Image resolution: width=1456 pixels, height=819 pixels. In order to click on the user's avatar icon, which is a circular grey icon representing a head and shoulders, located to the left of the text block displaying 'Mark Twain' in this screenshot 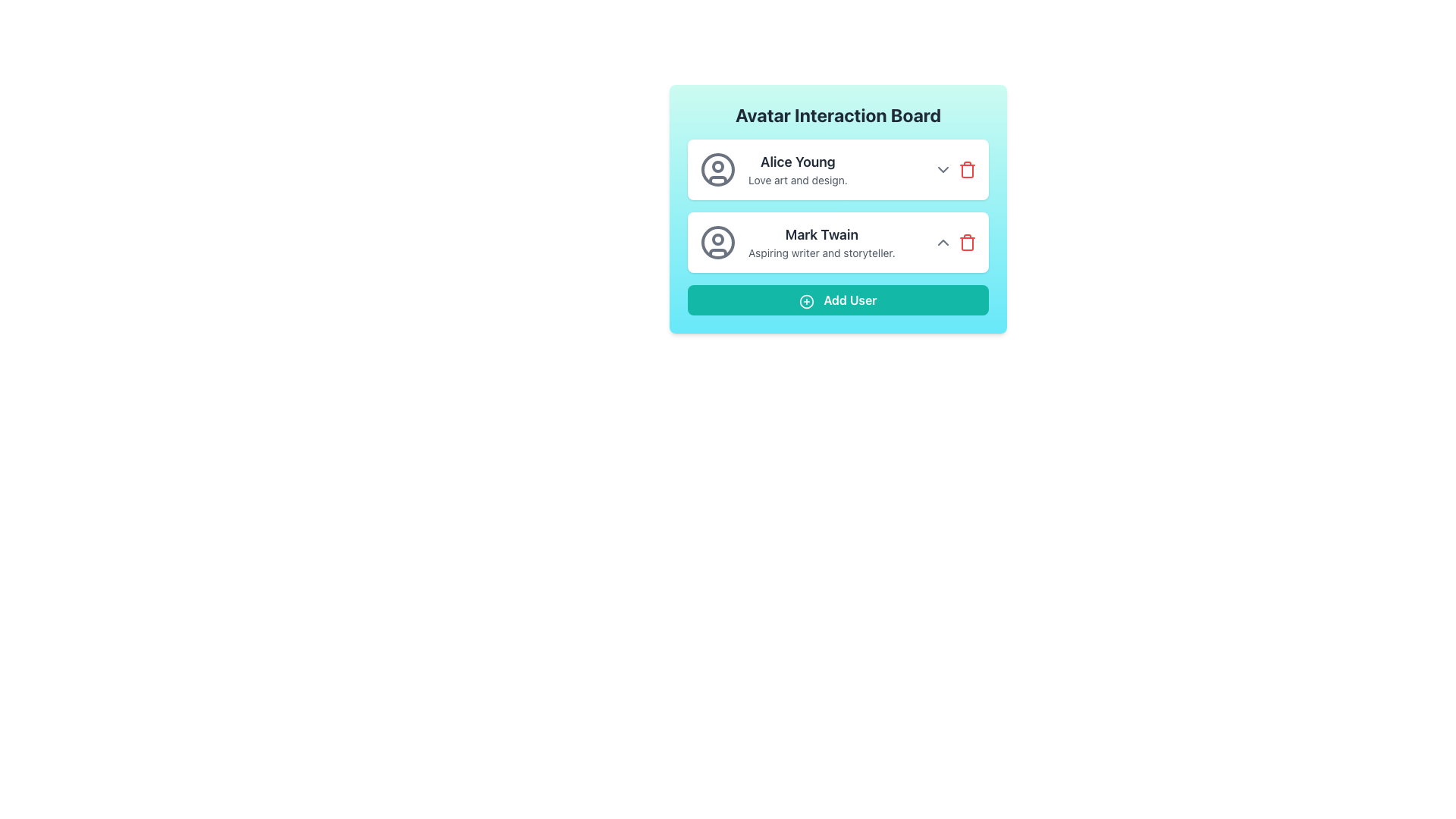, I will do `click(717, 242)`.